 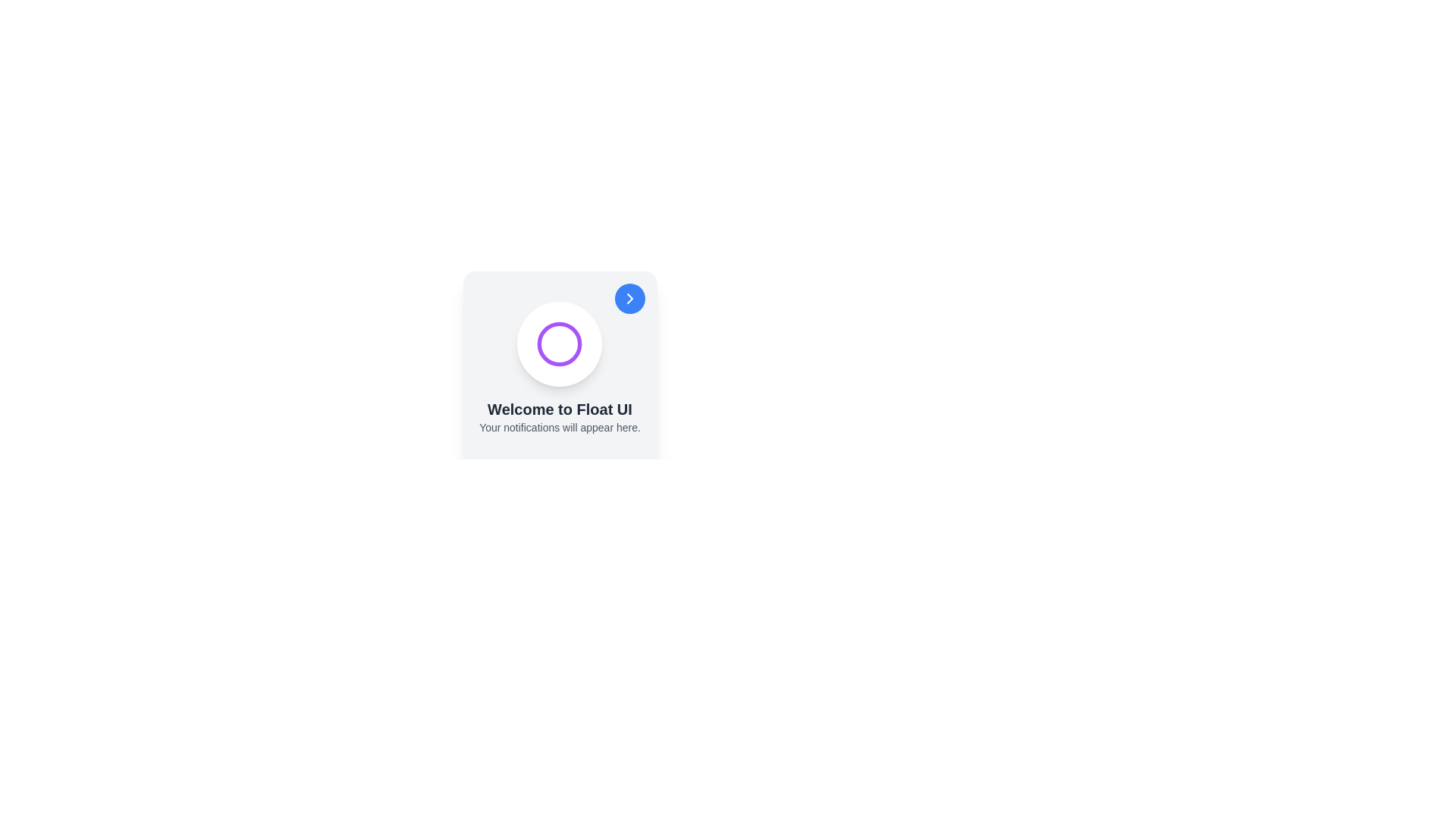 What do you see at coordinates (559, 427) in the screenshot?
I see `the static text label displaying 'Your notifications will appear here.' which is positioned below the title 'Welcome to Float UI.'` at bounding box center [559, 427].